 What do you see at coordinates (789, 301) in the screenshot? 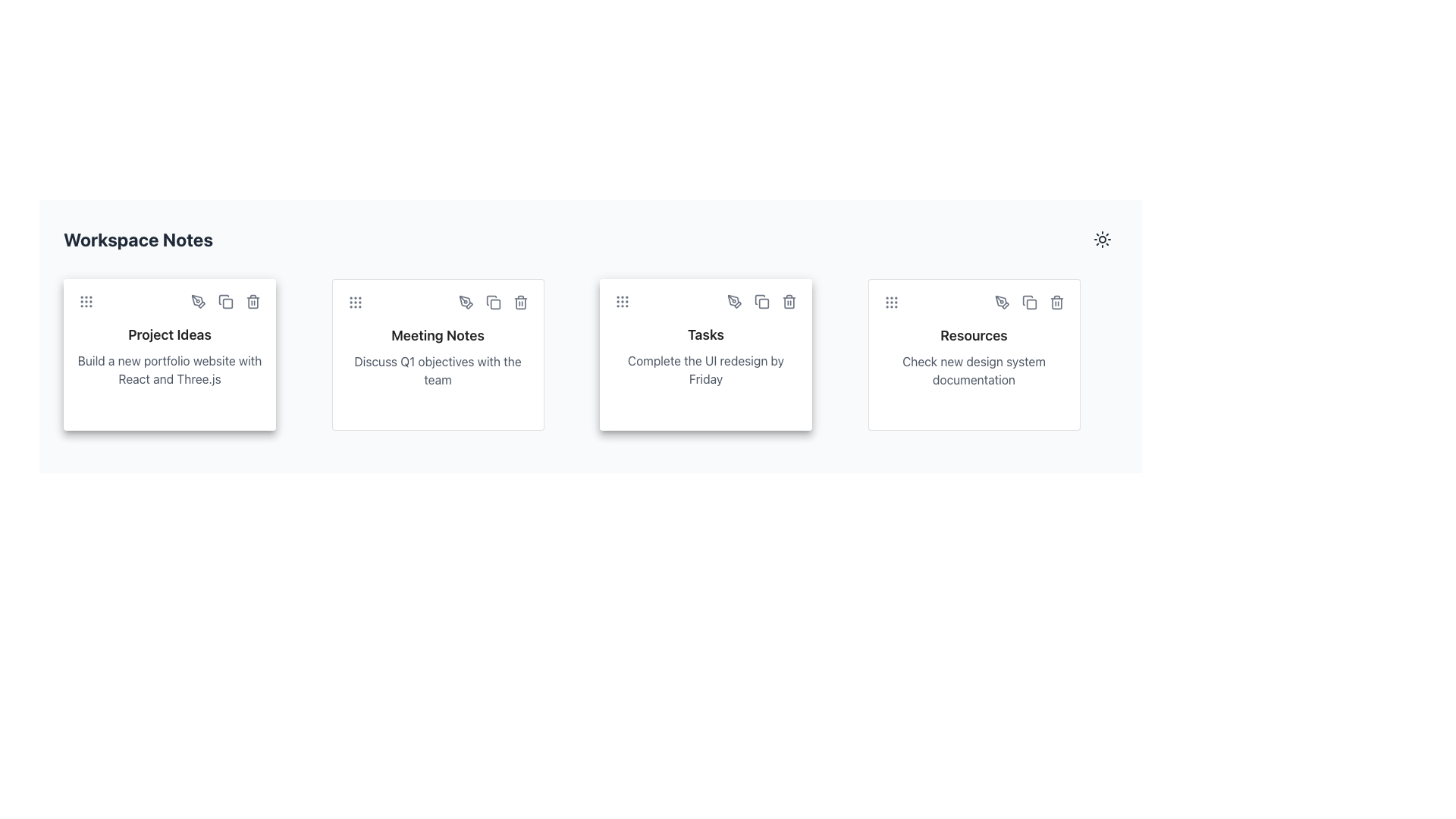
I see `the delete icon button located in the top-right corner of the 'Tasks' card` at bounding box center [789, 301].